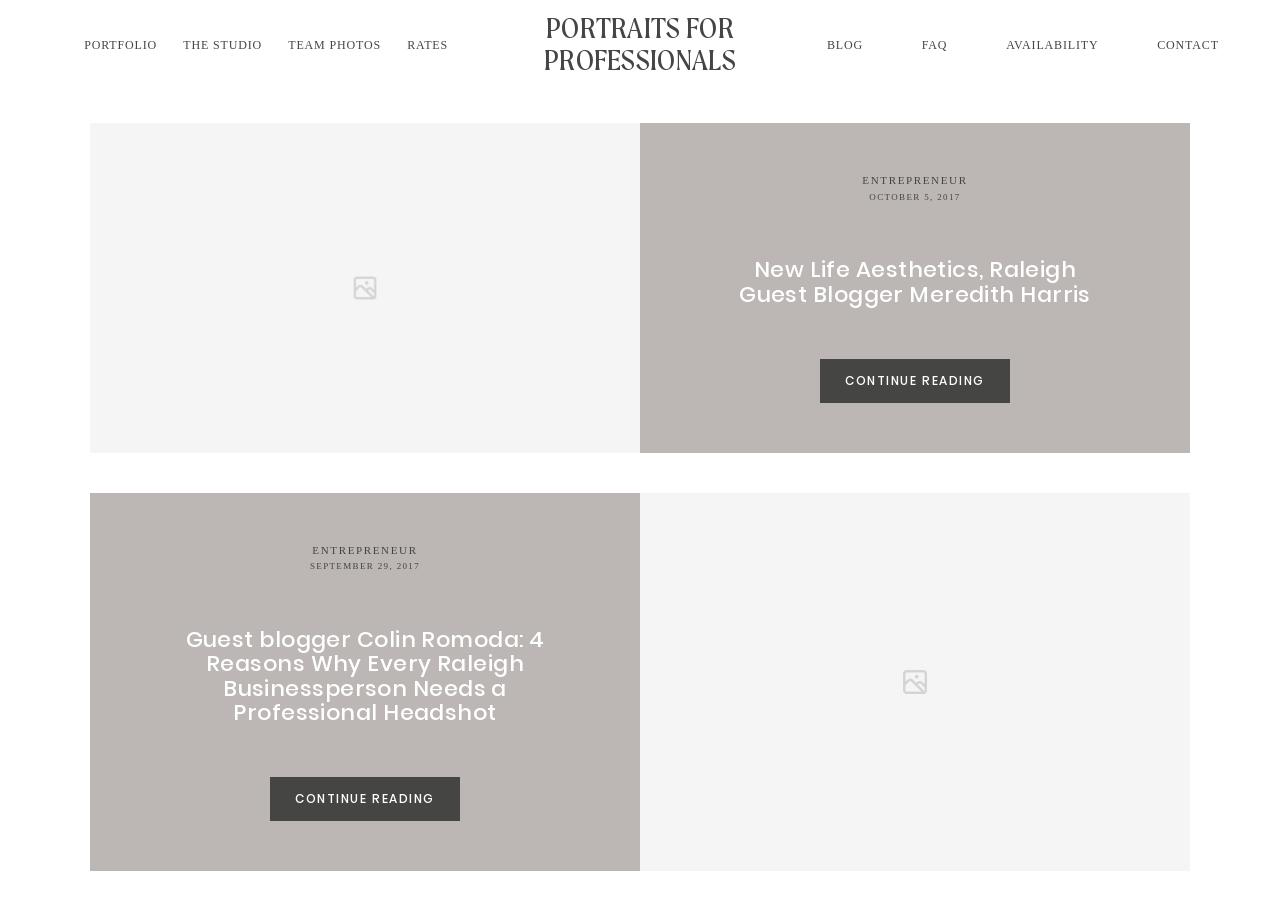 Image resolution: width=1280 pixels, height=904 pixels. I want to click on 'Guest blogger Colin Romoda: 4 Reasons Why Every Raleigh Businessperson Needs a Professional Headshot', so click(184, 675).